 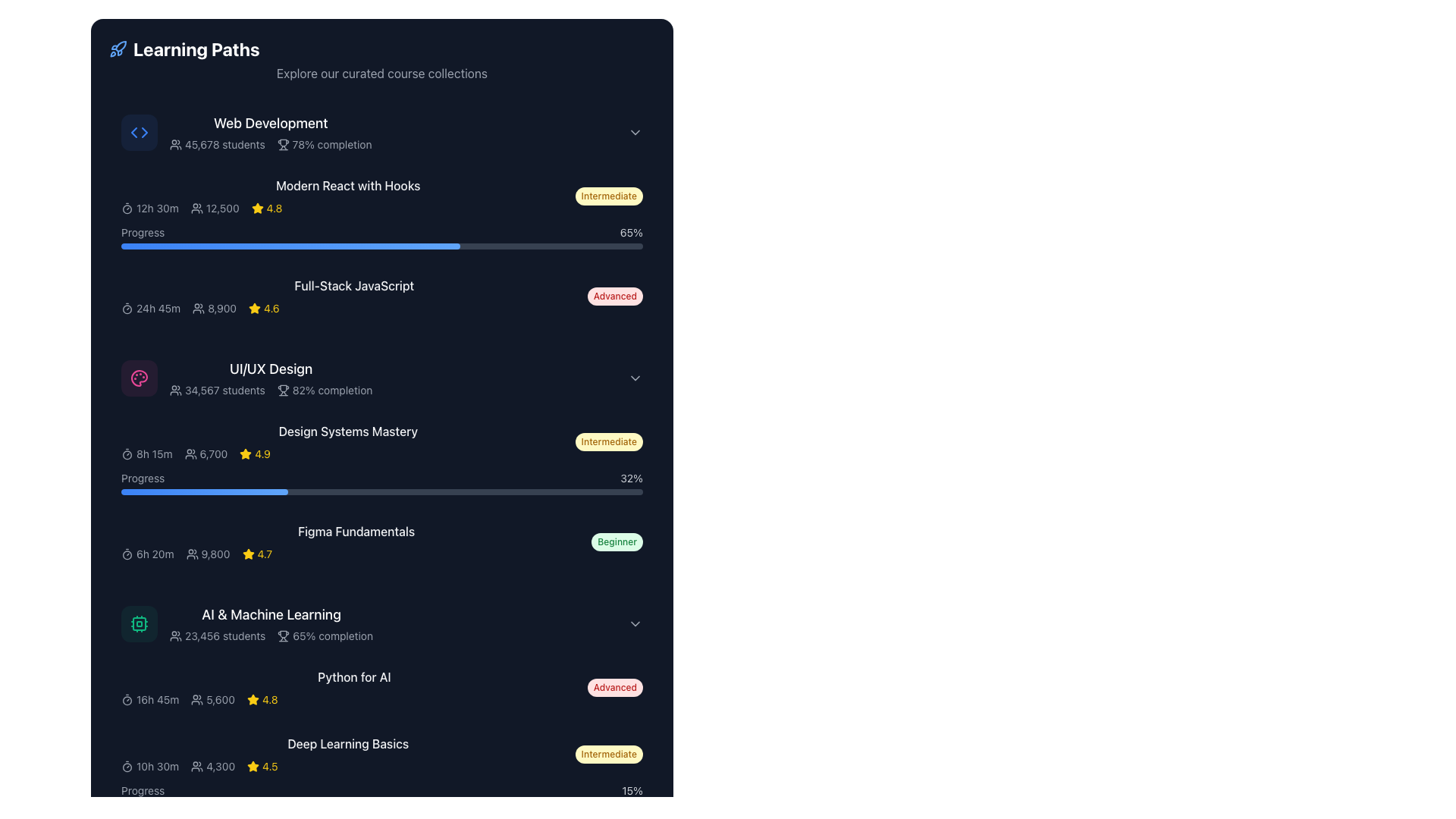 What do you see at coordinates (253, 699) in the screenshot?
I see `the star icon that visually communicates the rating of '4.8' for the 'Python for AI' course under 'AI & Machine Learning'` at bounding box center [253, 699].